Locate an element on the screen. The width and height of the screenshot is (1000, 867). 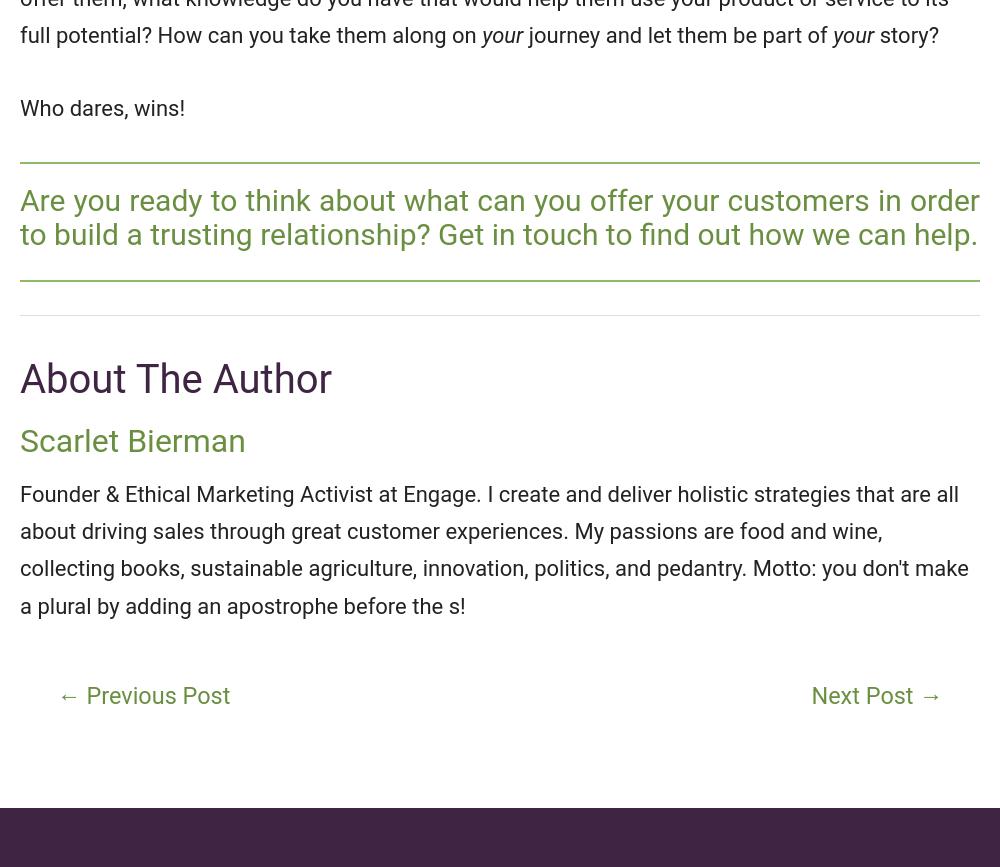
'Are you ready to think about what can you offer your customers in order to build a trusting relationship?' is located at coordinates (500, 217).